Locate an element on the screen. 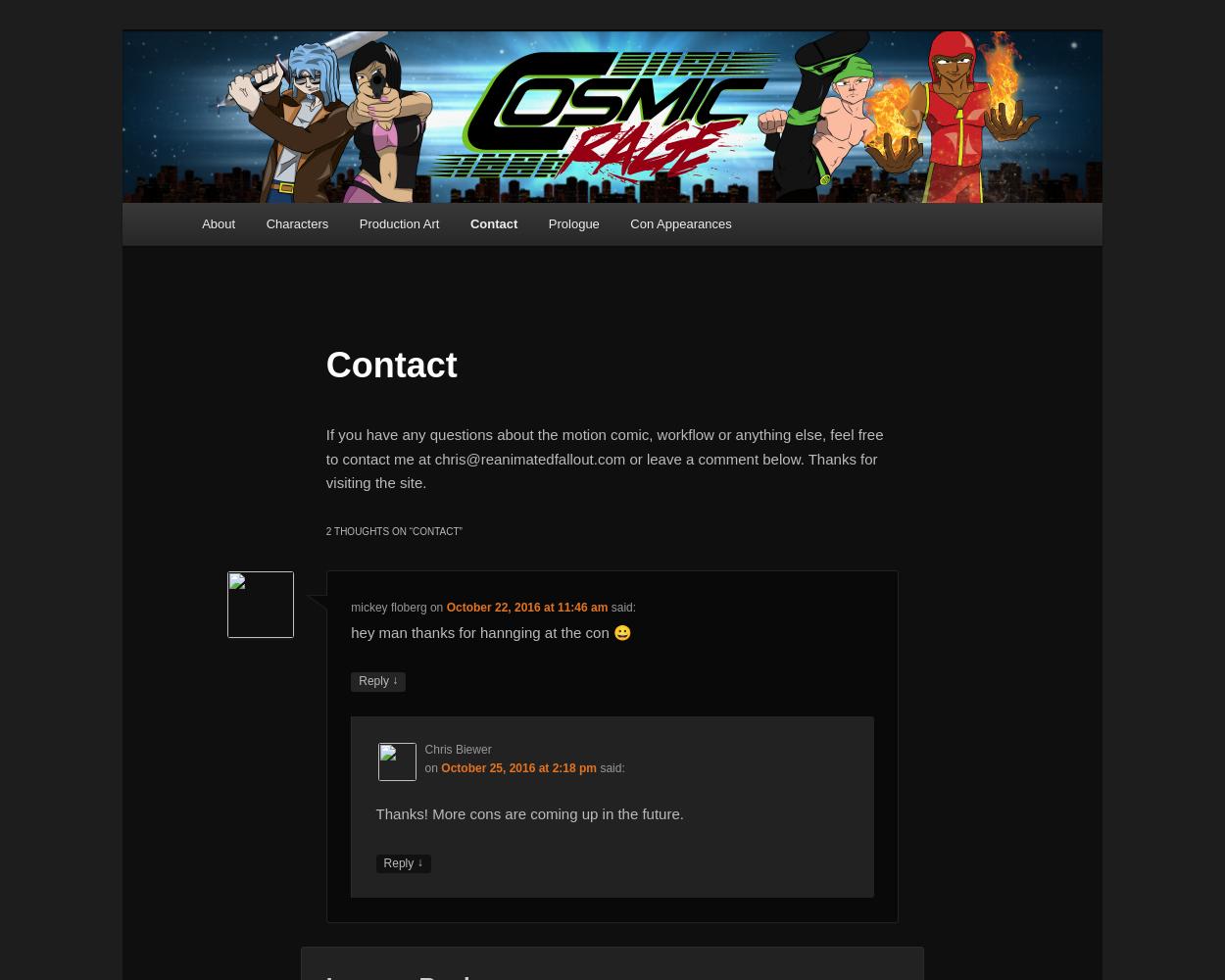 This screenshot has width=1225, height=980. 'Chris Biewer' is located at coordinates (457, 749).